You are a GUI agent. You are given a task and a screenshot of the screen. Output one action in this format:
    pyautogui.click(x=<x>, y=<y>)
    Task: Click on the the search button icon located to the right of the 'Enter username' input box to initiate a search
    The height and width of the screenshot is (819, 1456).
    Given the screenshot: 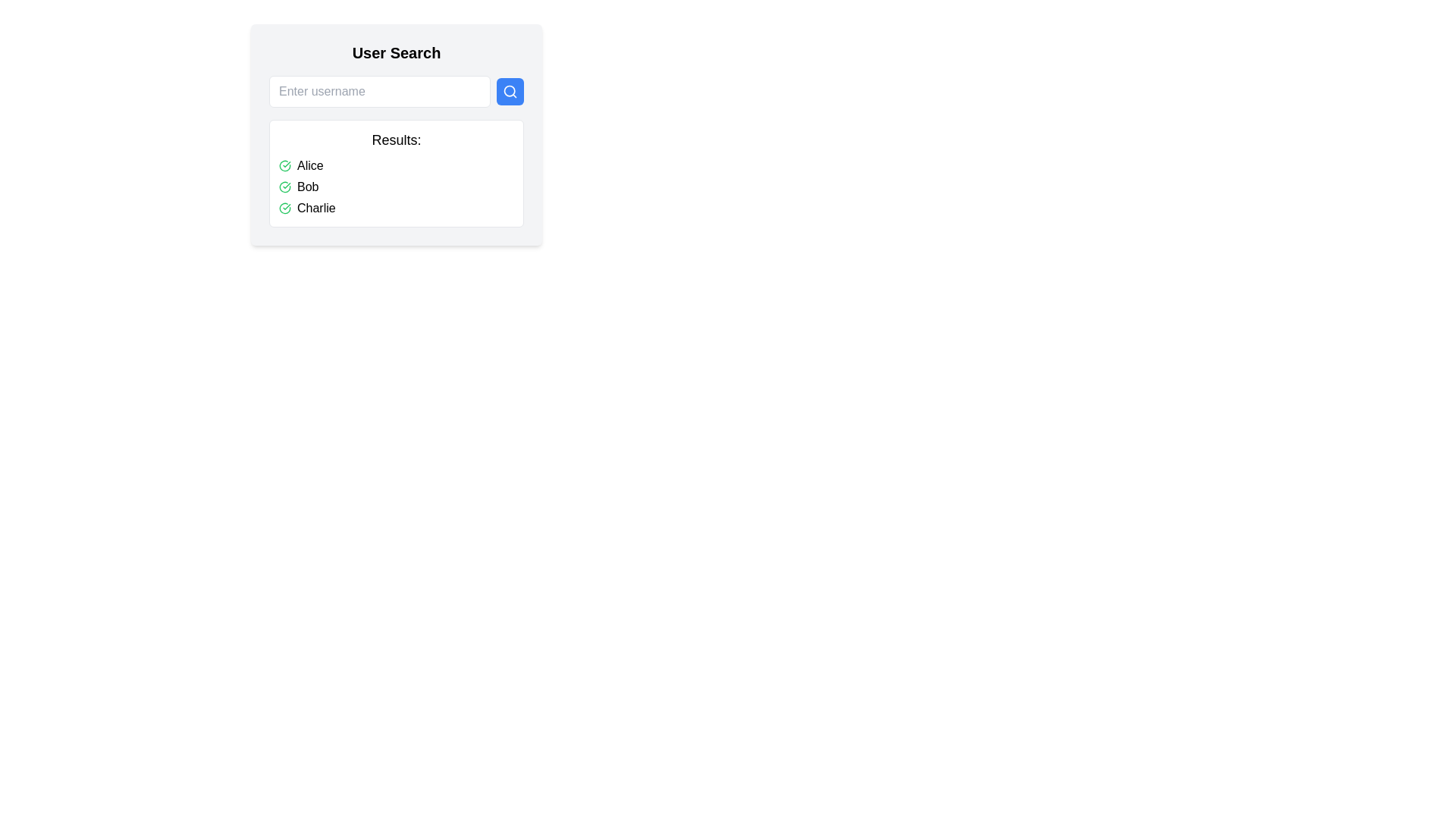 What is the action you would take?
    pyautogui.click(x=510, y=91)
    